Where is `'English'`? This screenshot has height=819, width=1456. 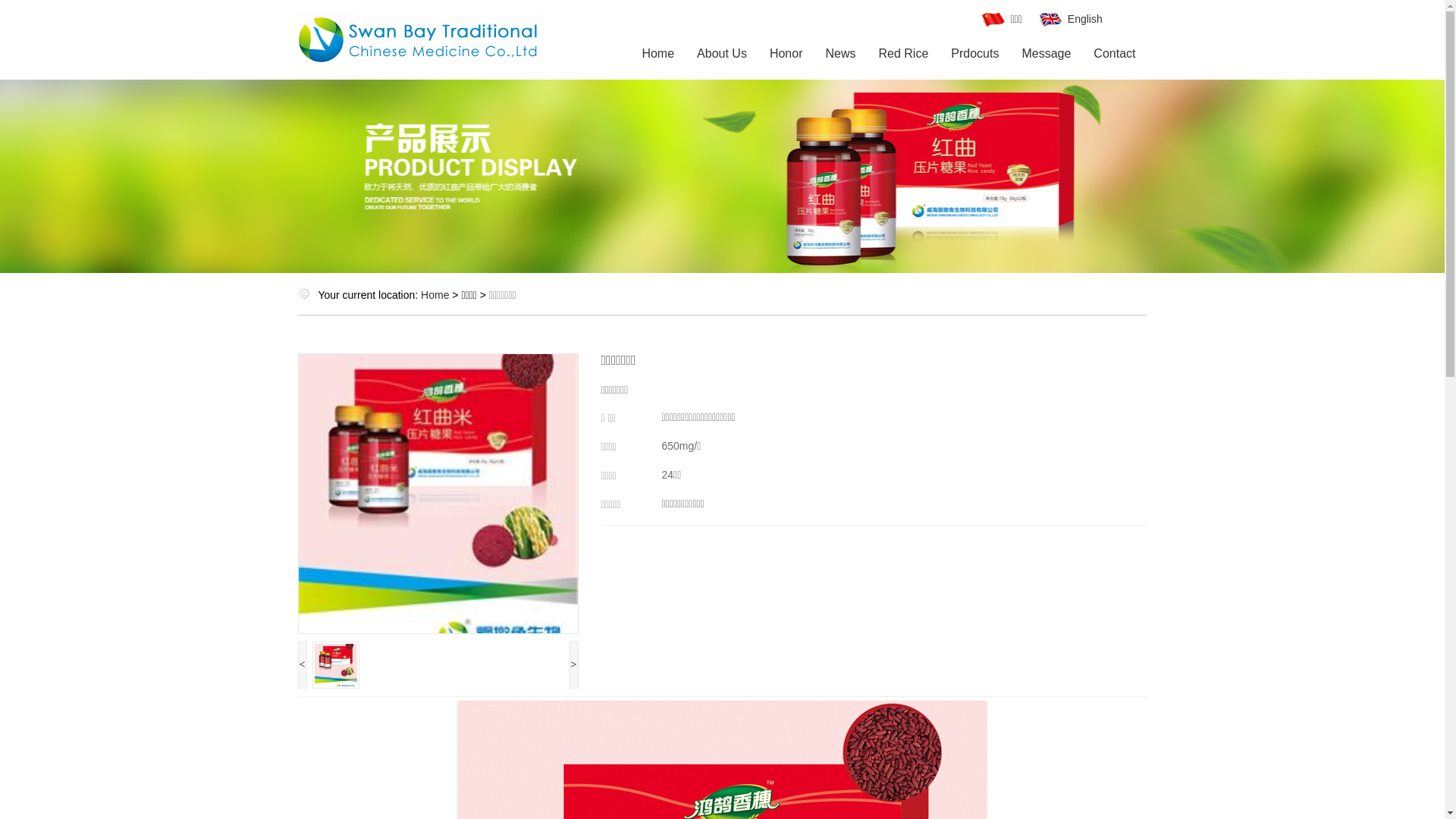
'English' is located at coordinates (1069, 18).